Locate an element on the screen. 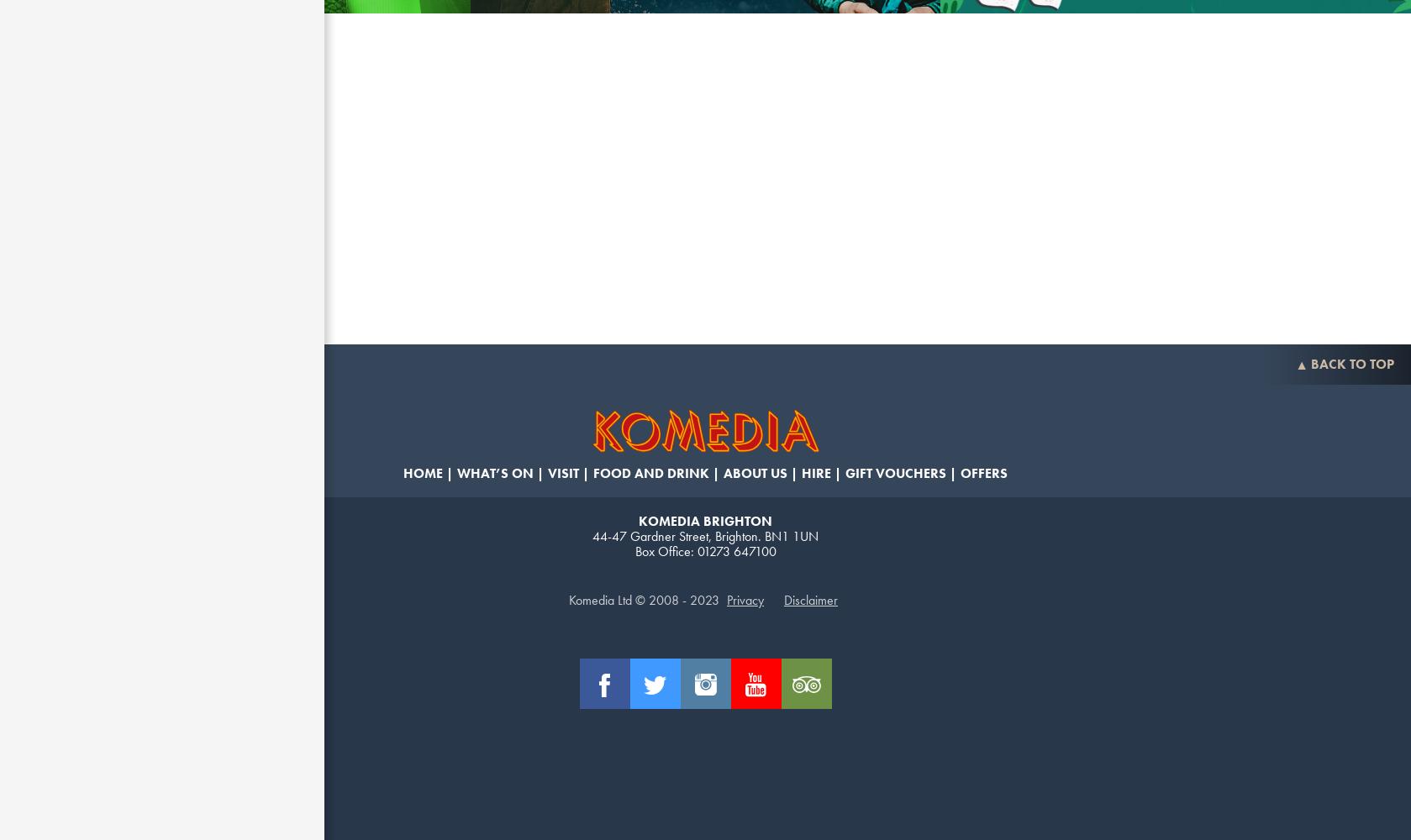 Image resolution: width=1411 pixels, height=840 pixels. 'Privacy' is located at coordinates (726, 599).